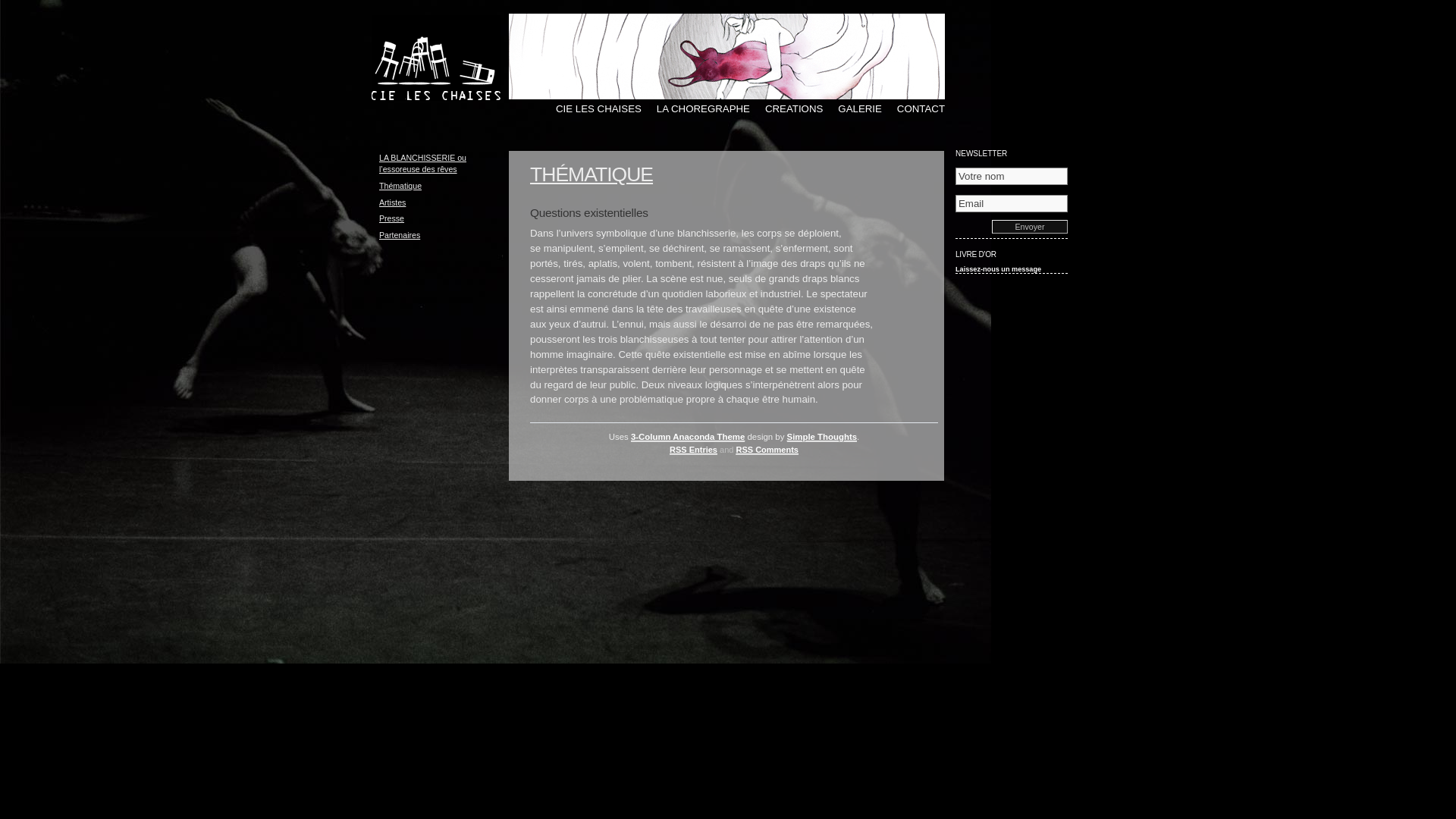  What do you see at coordinates (767, 449) in the screenshot?
I see `'RSS Comments'` at bounding box center [767, 449].